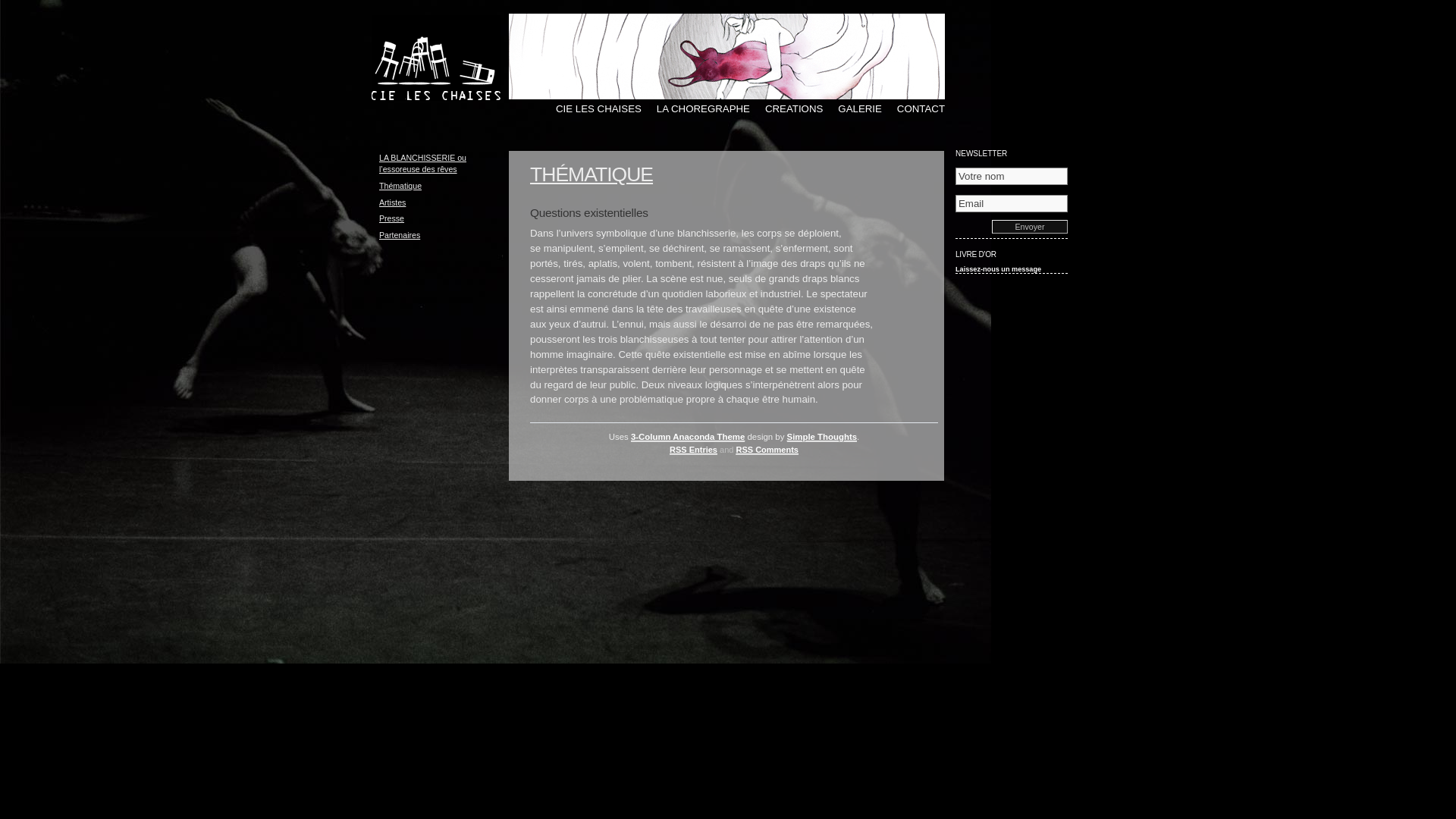  What do you see at coordinates (767, 449) in the screenshot?
I see `'RSS Comments'` at bounding box center [767, 449].